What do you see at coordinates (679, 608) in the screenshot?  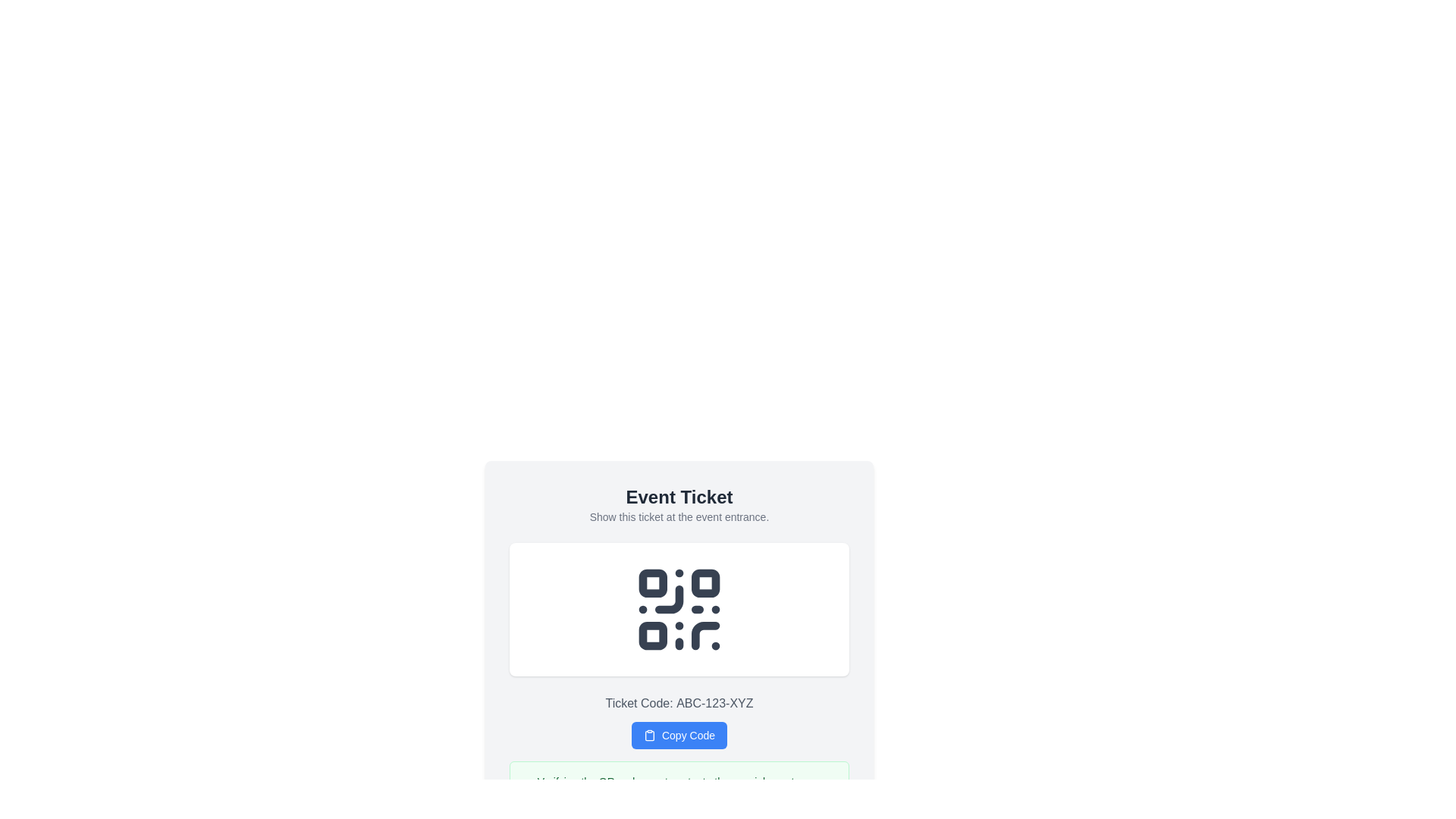 I see `the QR code icon located centrally within the white rectangular box beneath the 'Event Ticket' text to scan the QR code` at bounding box center [679, 608].